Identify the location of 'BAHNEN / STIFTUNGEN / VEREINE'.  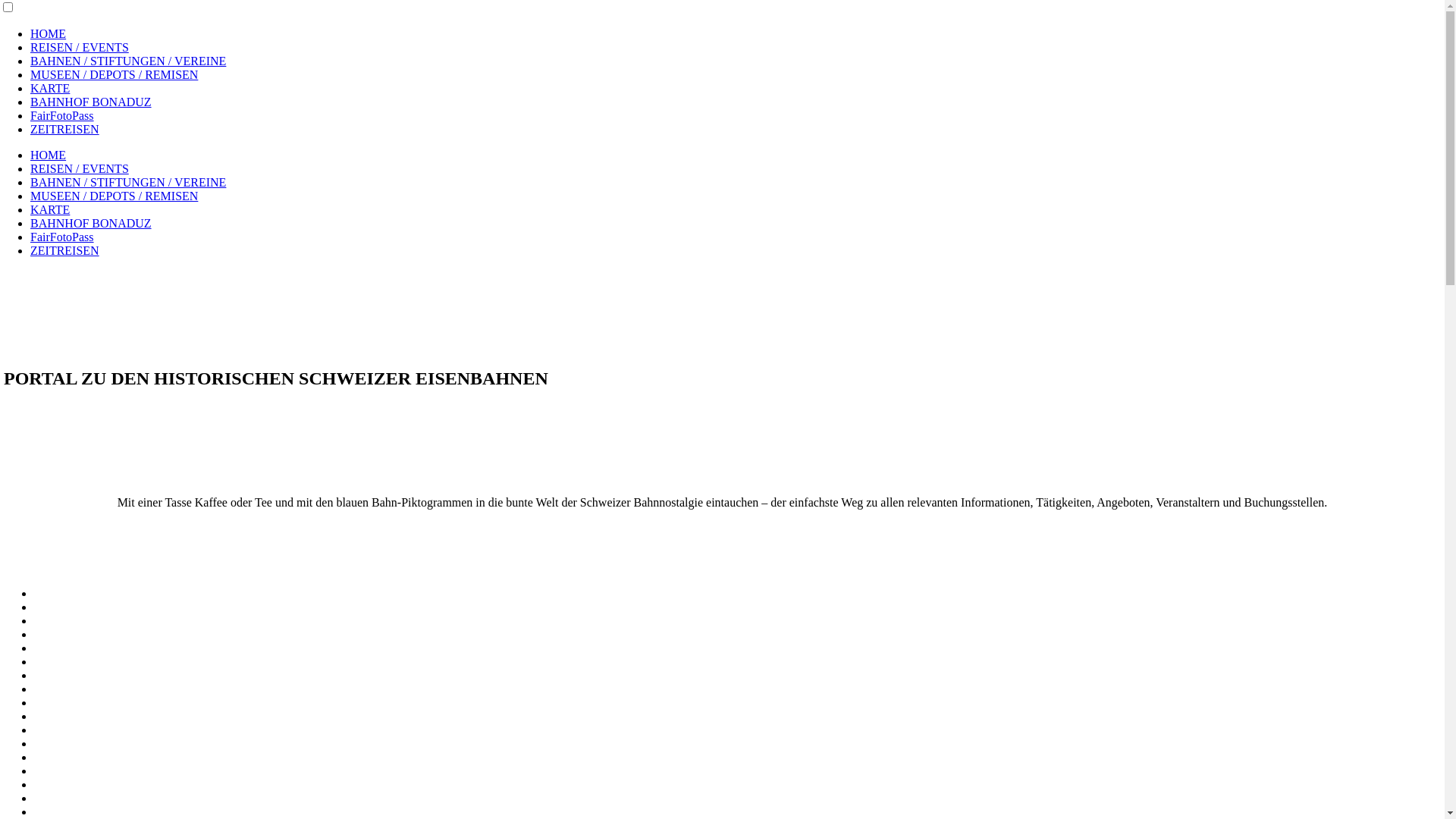
(127, 181).